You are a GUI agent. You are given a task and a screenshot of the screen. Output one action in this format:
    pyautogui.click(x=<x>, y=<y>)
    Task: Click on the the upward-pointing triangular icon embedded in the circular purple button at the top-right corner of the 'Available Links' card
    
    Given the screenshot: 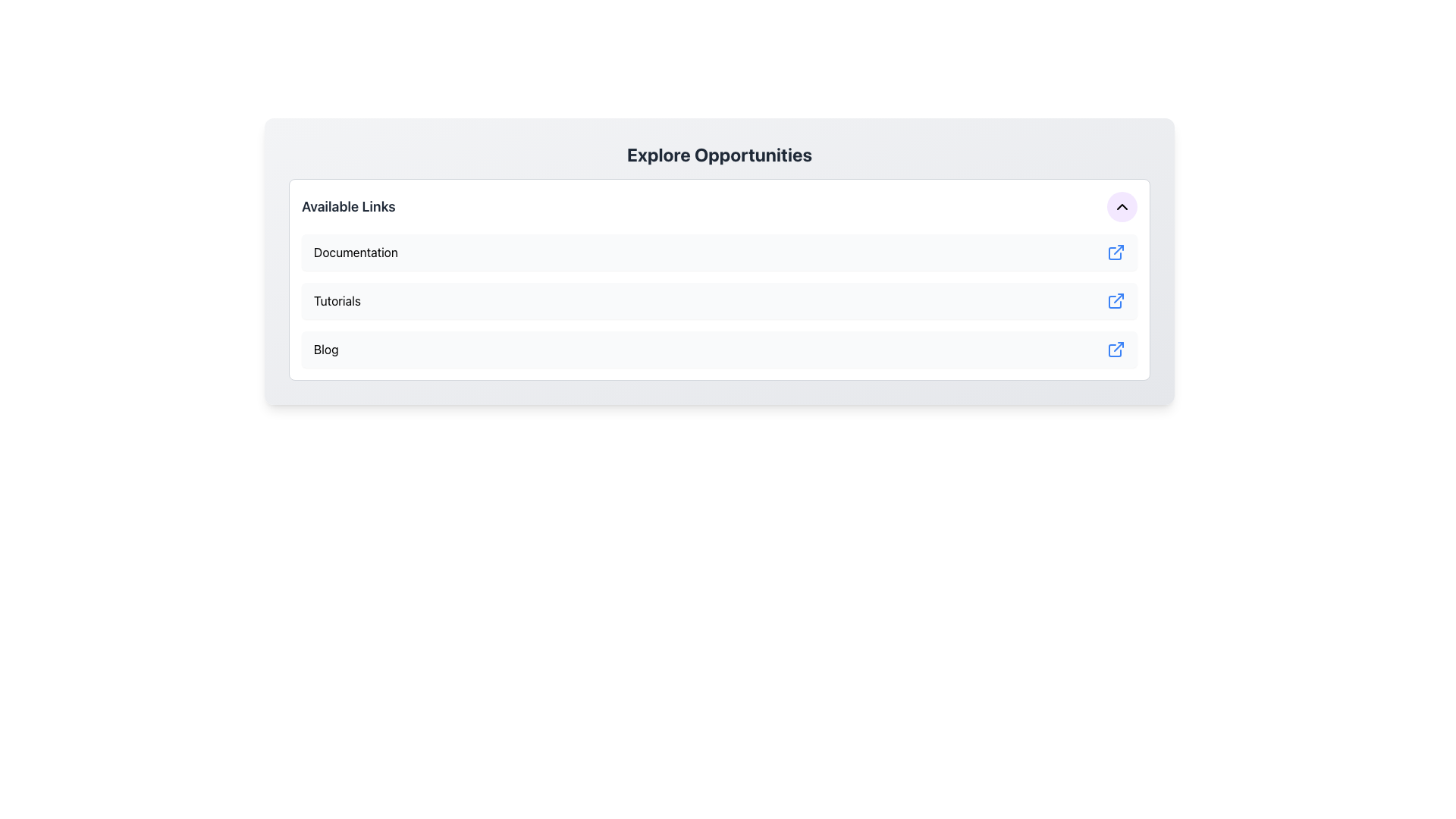 What is the action you would take?
    pyautogui.click(x=1122, y=207)
    